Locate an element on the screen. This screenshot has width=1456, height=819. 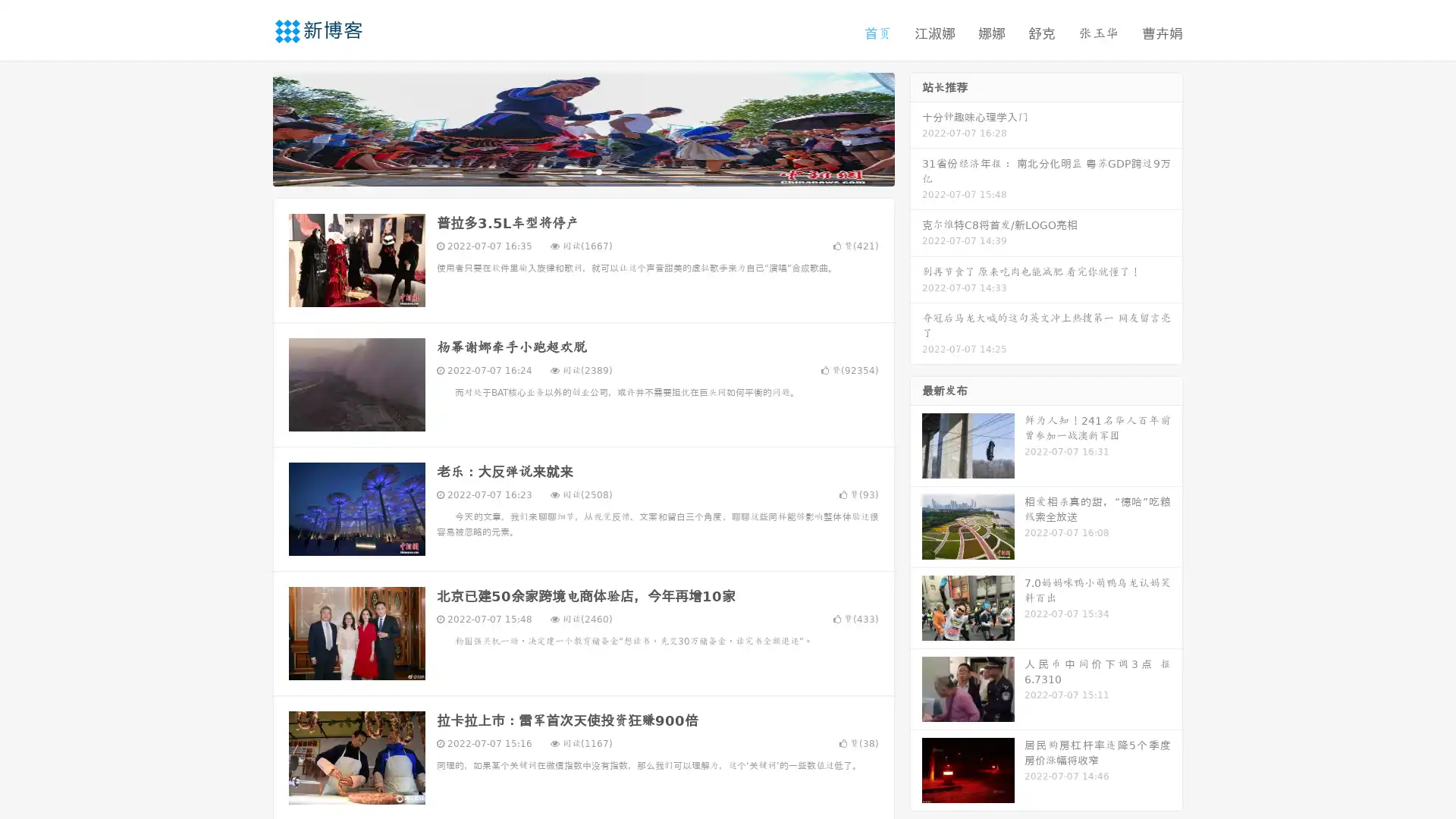
Go to slide 2 is located at coordinates (582, 171).